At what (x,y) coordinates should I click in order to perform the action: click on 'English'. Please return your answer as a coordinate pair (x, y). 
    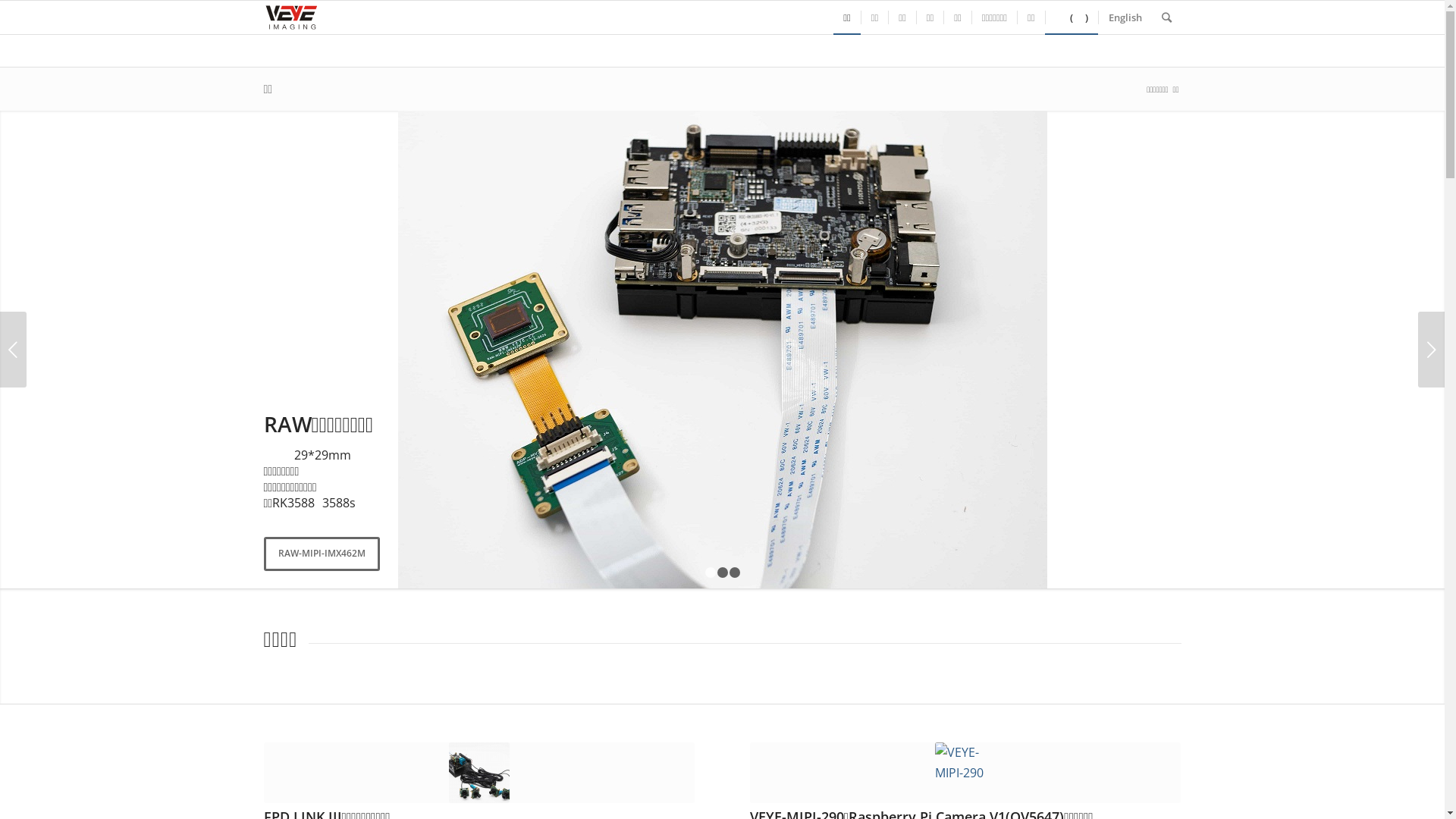
    Looking at the image, I should click on (1125, 17).